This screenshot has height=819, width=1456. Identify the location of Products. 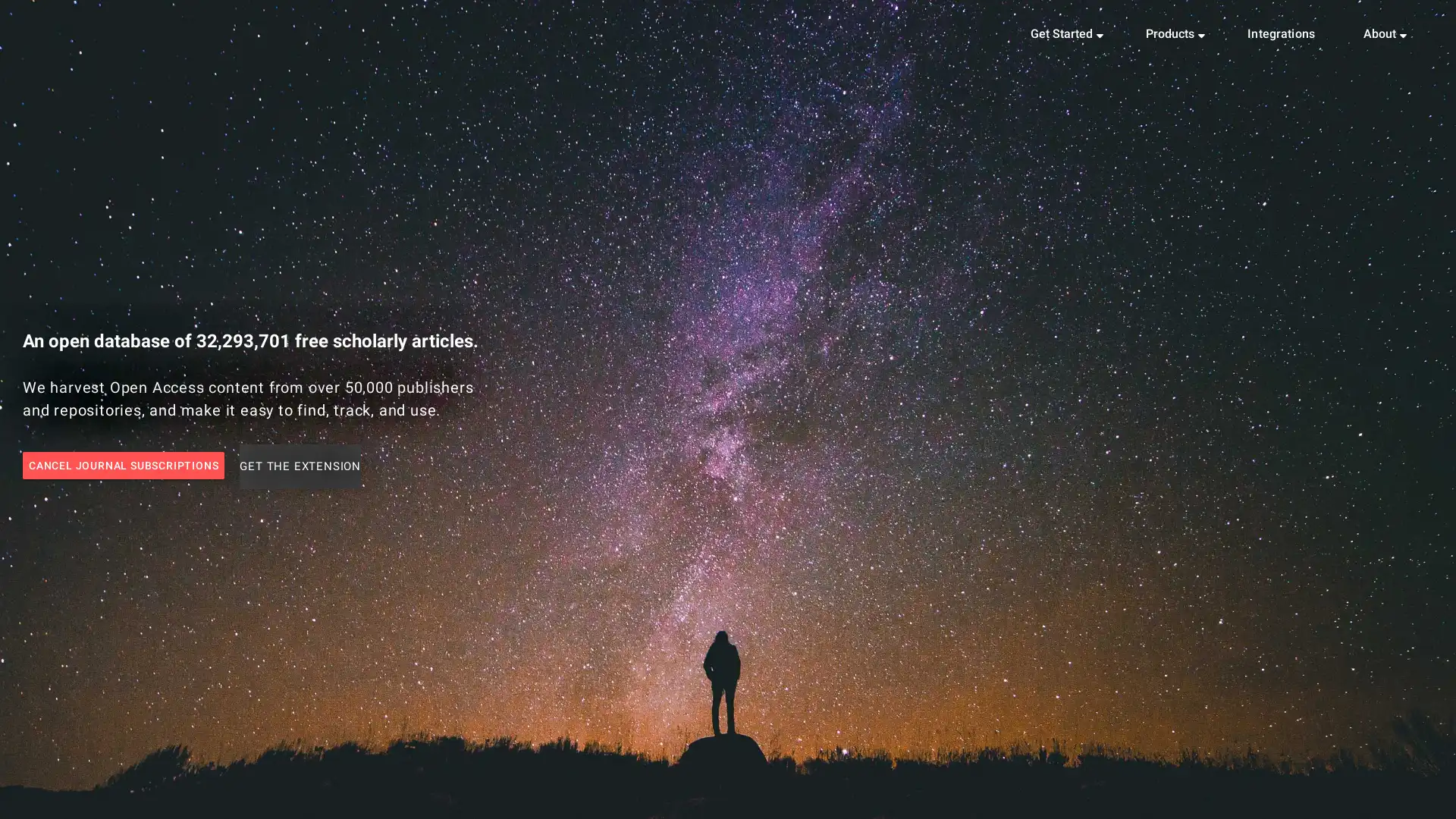
(1175, 33).